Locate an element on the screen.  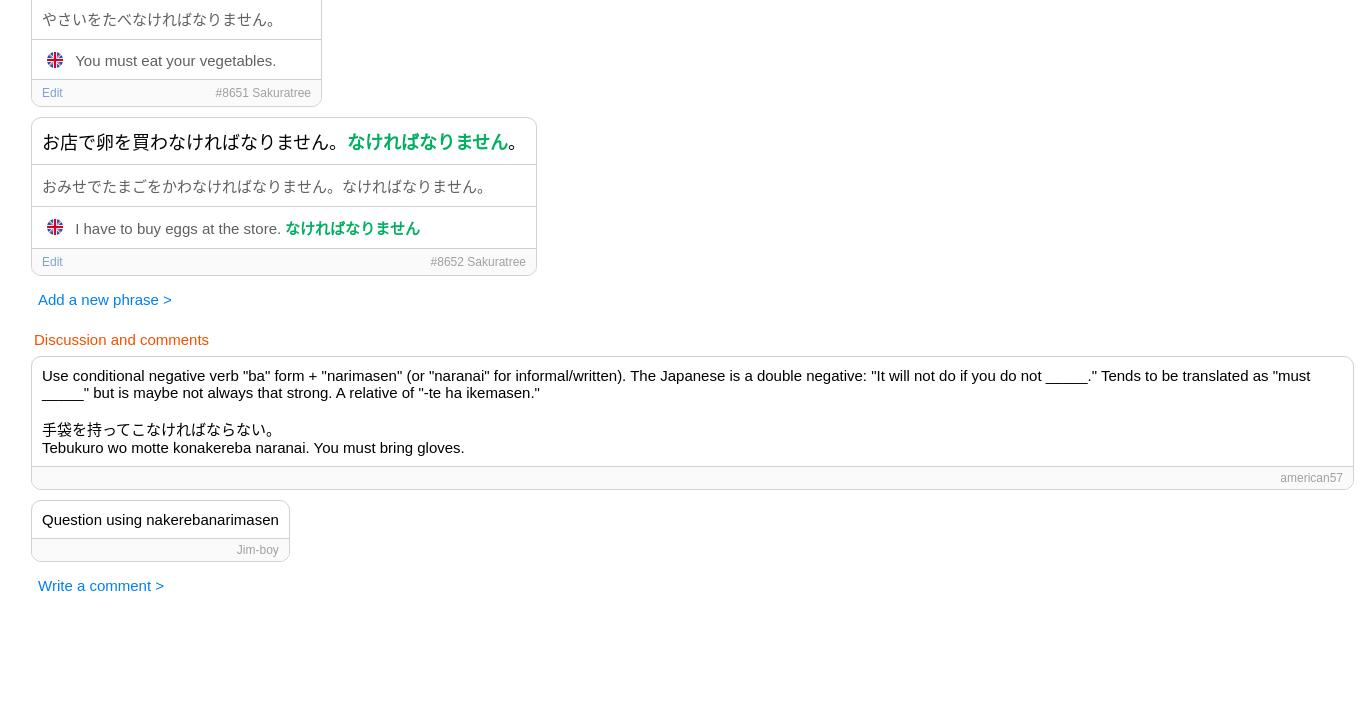
'You must eat your vegetables.' is located at coordinates (174, 58).